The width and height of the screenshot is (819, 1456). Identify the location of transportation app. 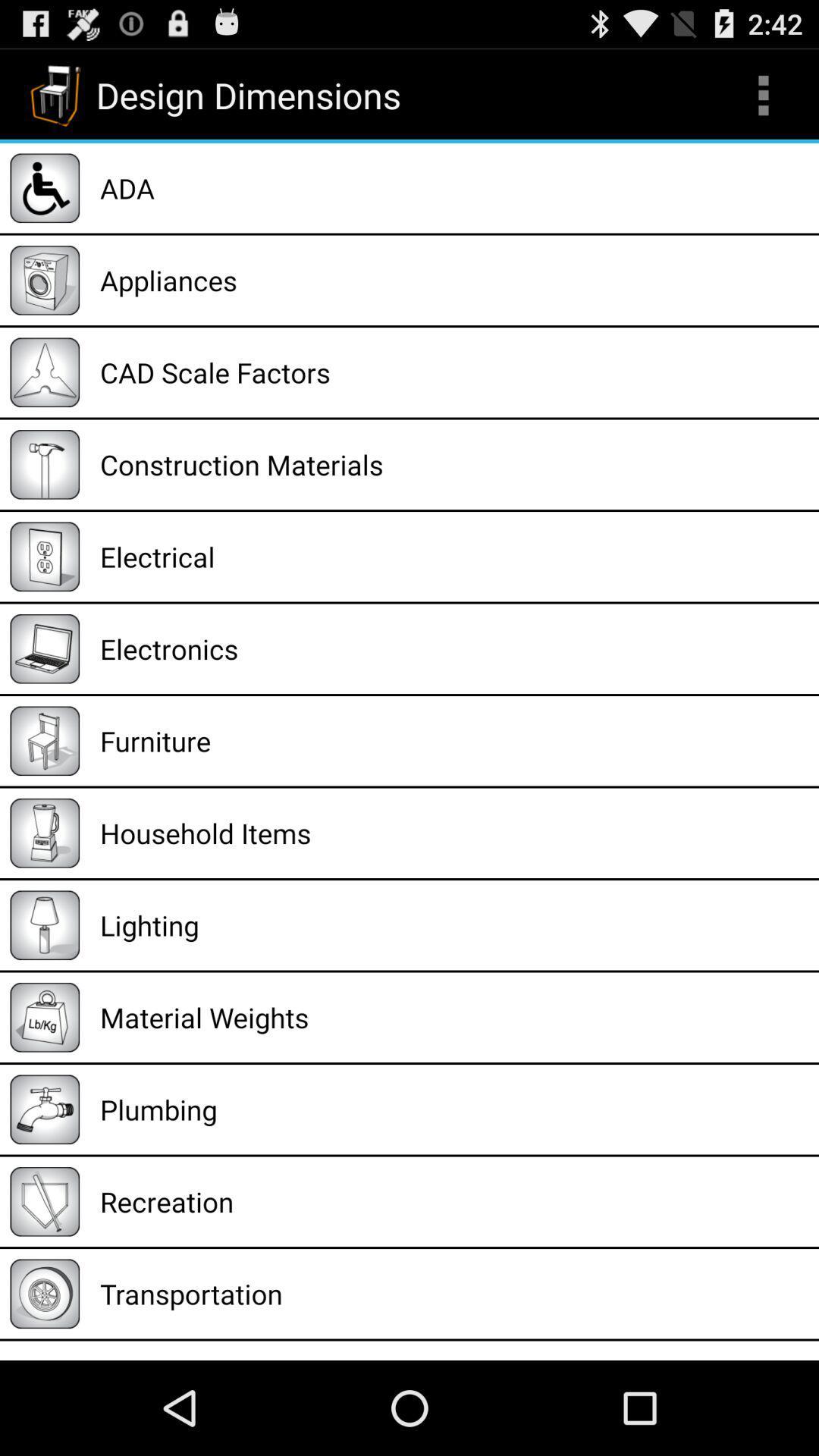
(453, 1293).